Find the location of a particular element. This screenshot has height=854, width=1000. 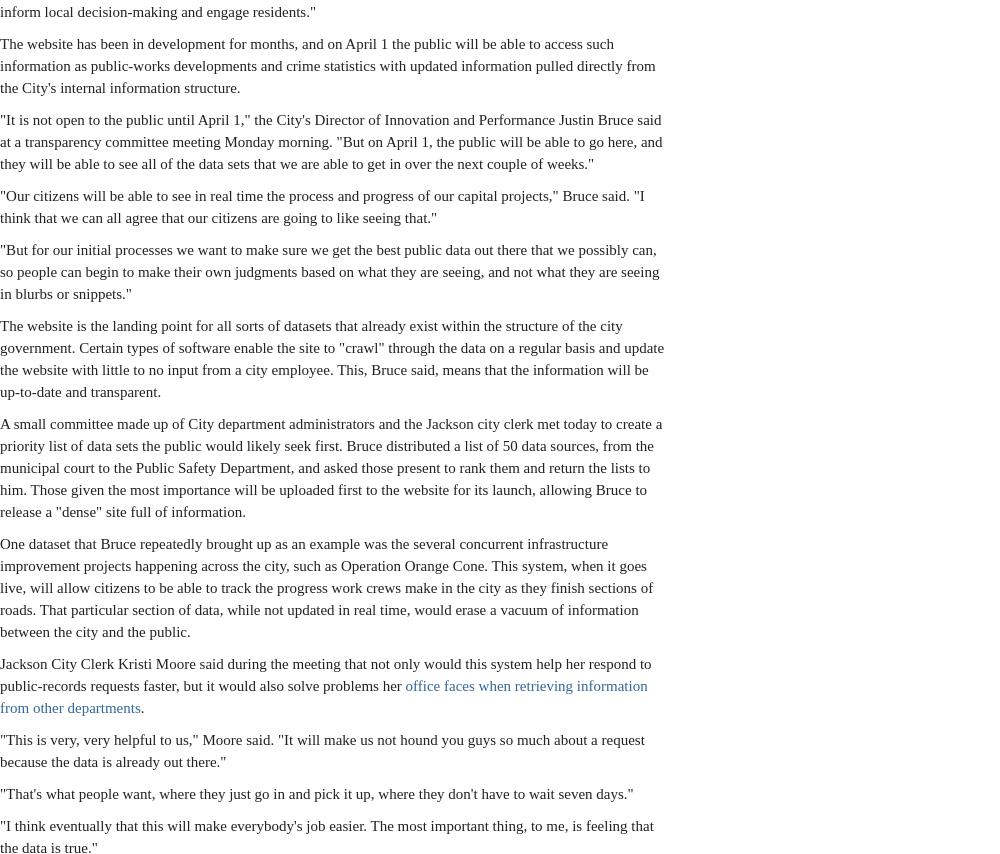

'"It is not open to the public until April 1," the City's Director of Innovation and Performance Justin Bruce said at a transparency committee meeting Monday morning. "But on April 1, the public will be able to go here, and they will be able to see all of the data sets that we are able to get in over the next couple of weeks."' is located at coordinates (330, 141).